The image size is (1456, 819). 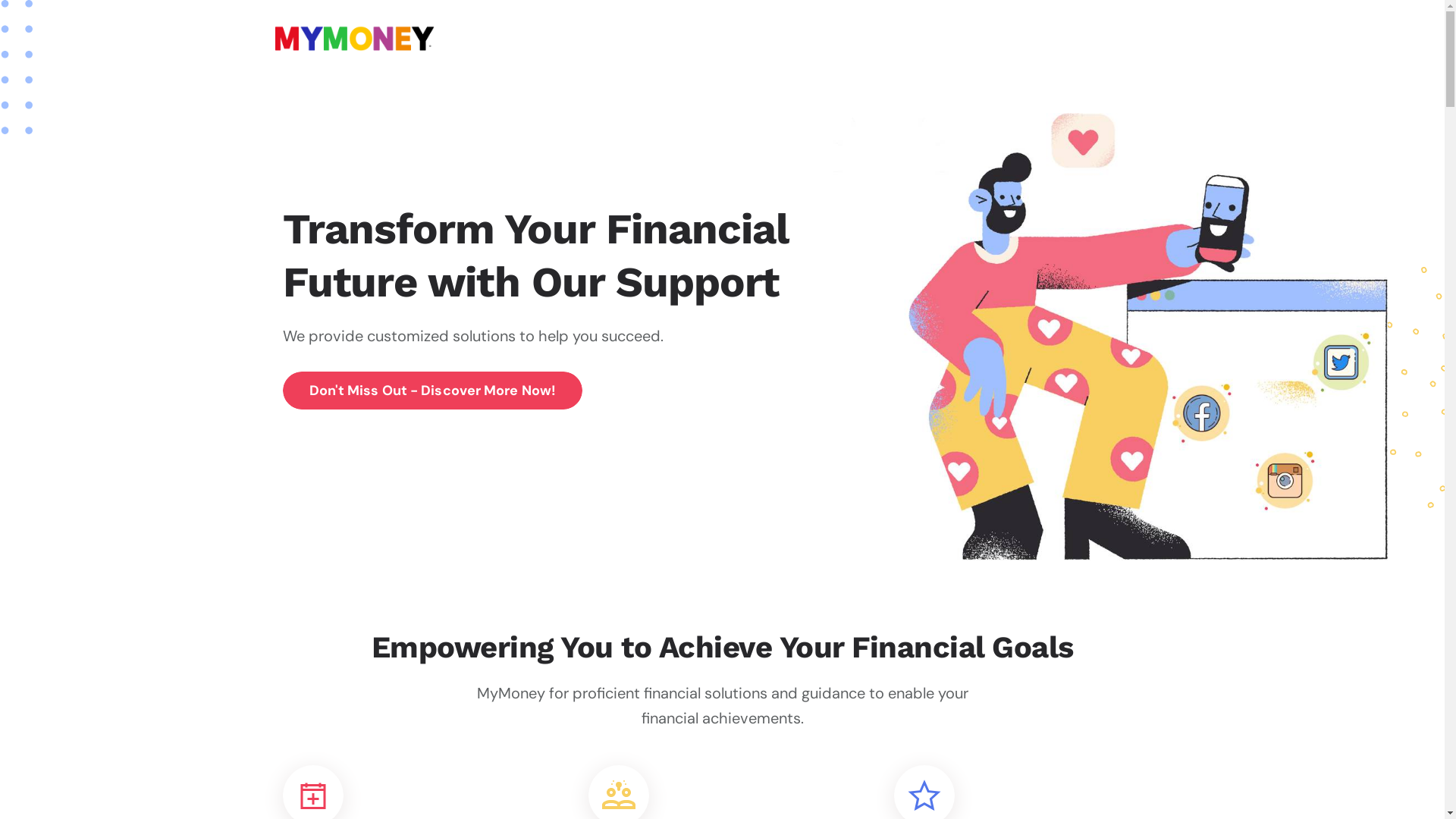 I want to click on 'Don'T Miss Out - Discover More Now!', so click(x=432, y=390).